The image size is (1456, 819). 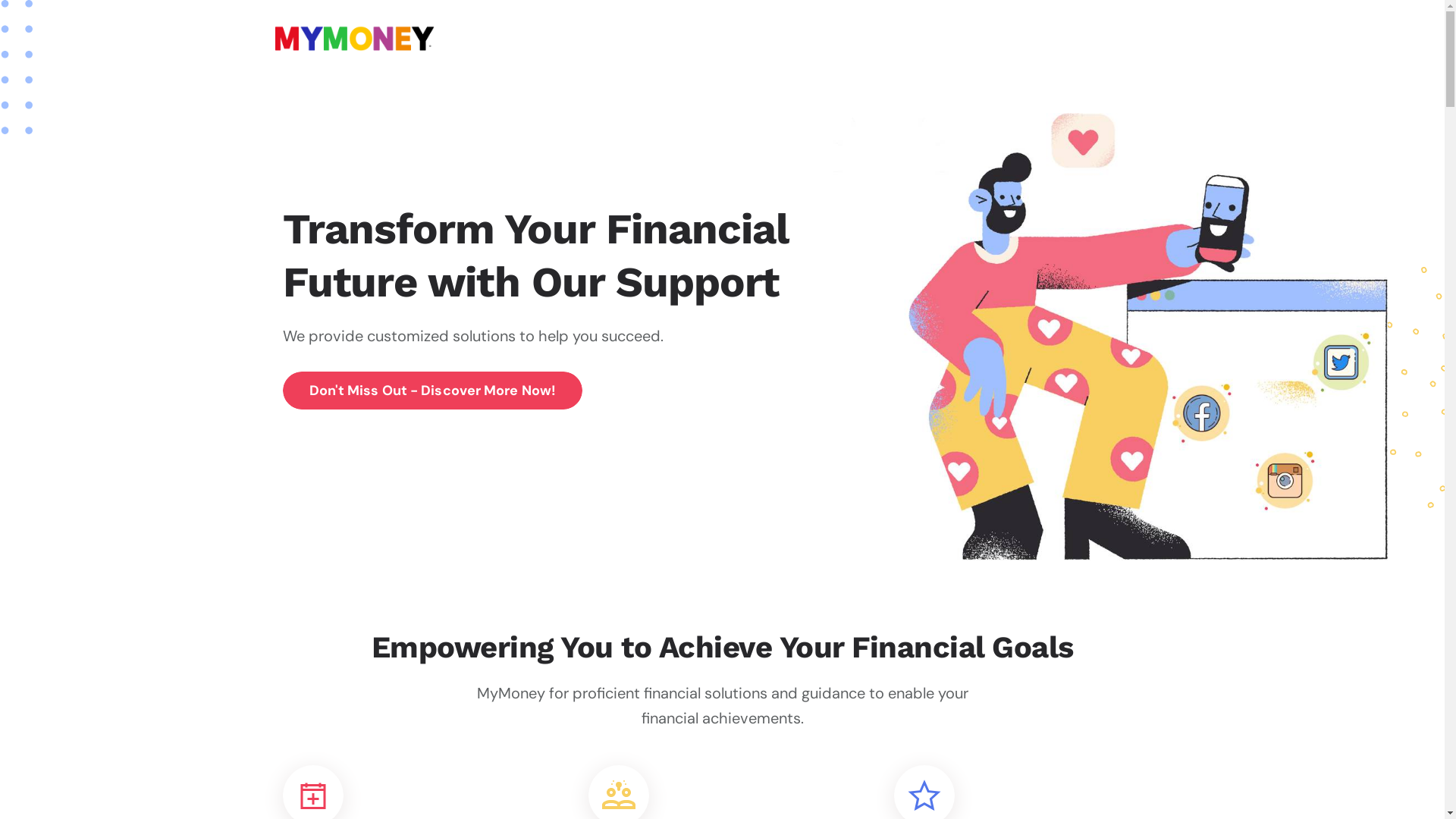 I want to click on 'Don'T Miss Out - Discover More Now!', so click(x=432, y=390).